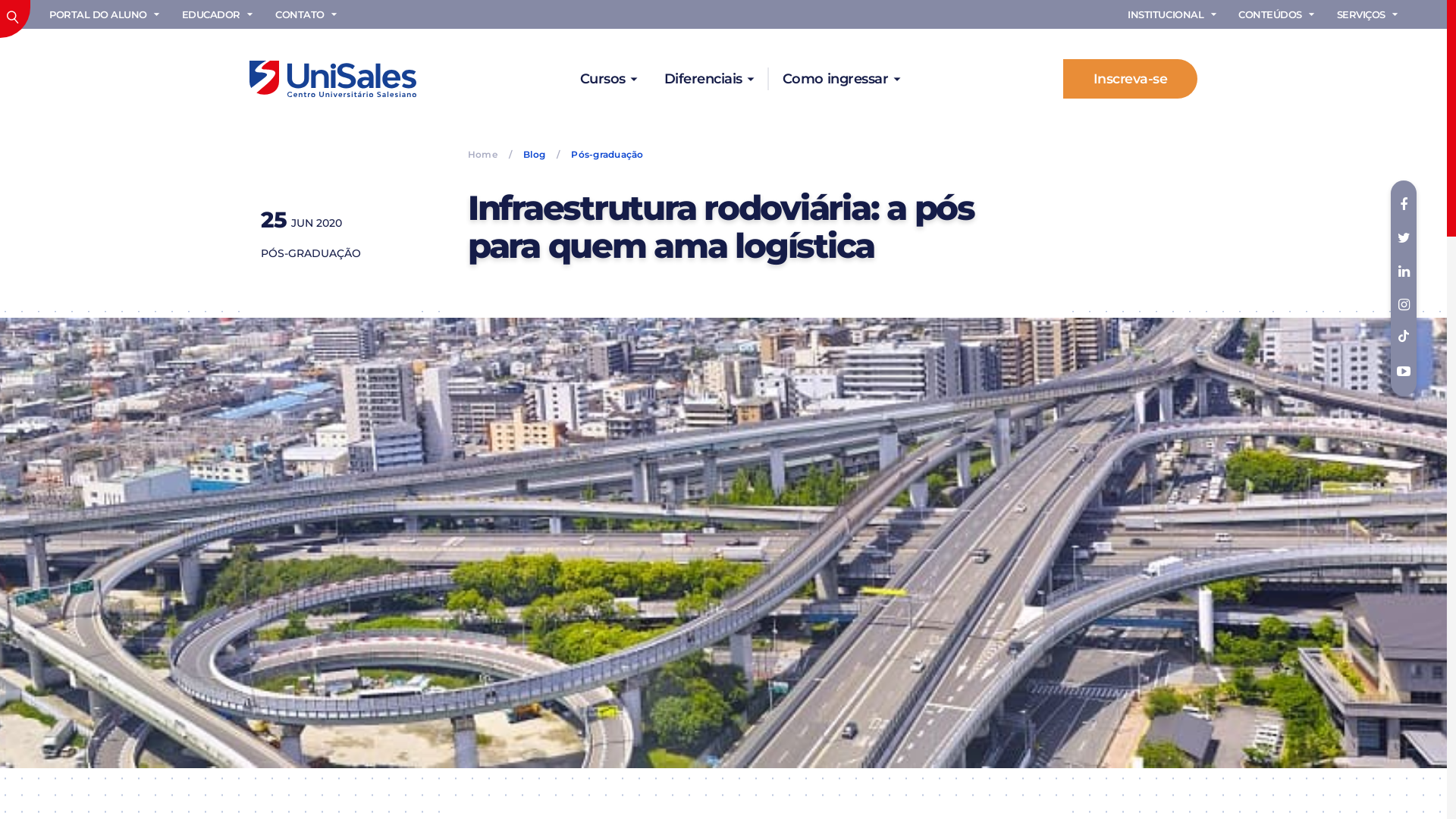 This screenshot has width=1456, height=819. Describe the element at coordinates (306, 14) in the screenshot. I see `'CONTATO'` at that location.